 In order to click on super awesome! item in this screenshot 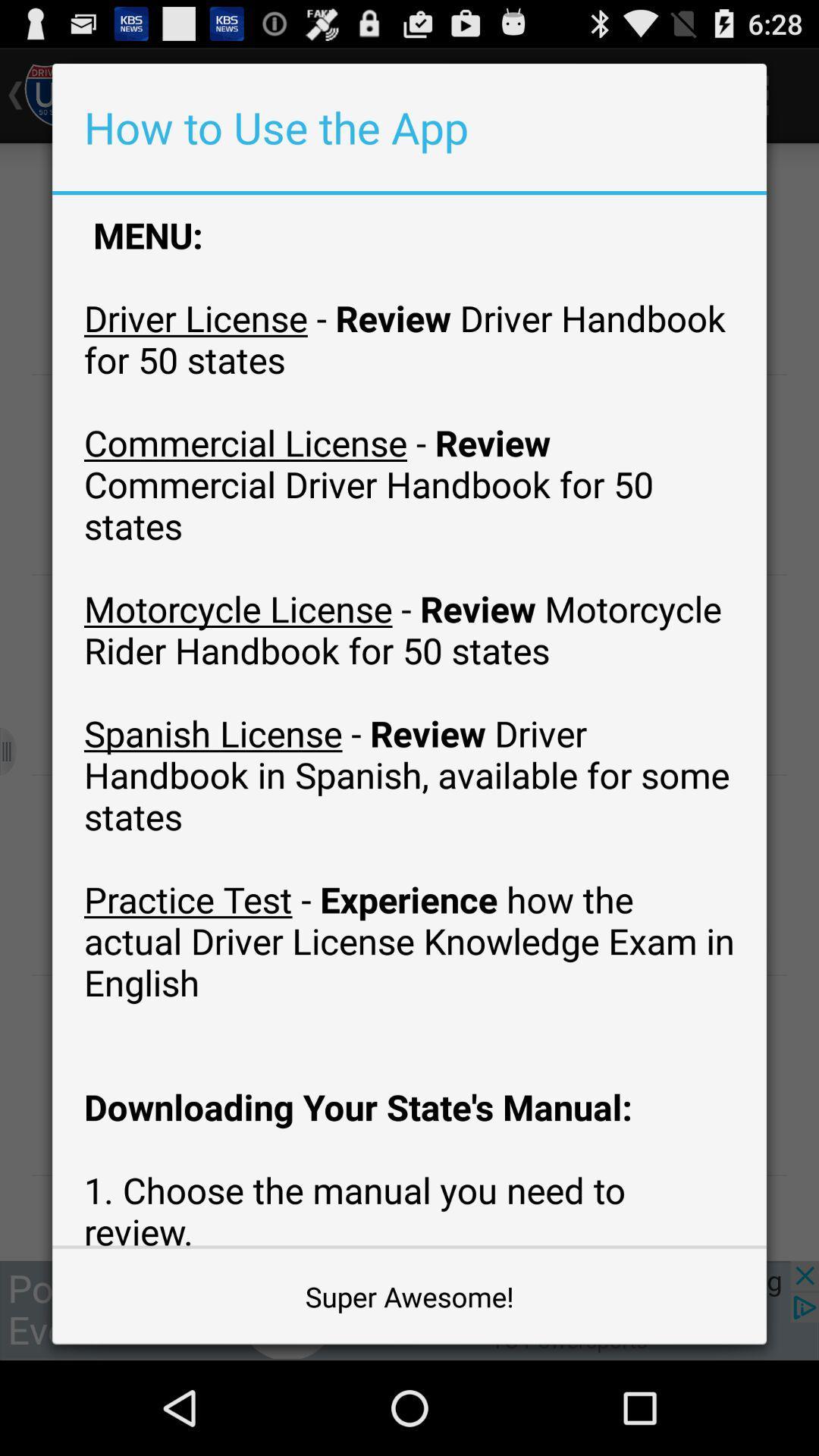, I will do `click(409, 1295)`.